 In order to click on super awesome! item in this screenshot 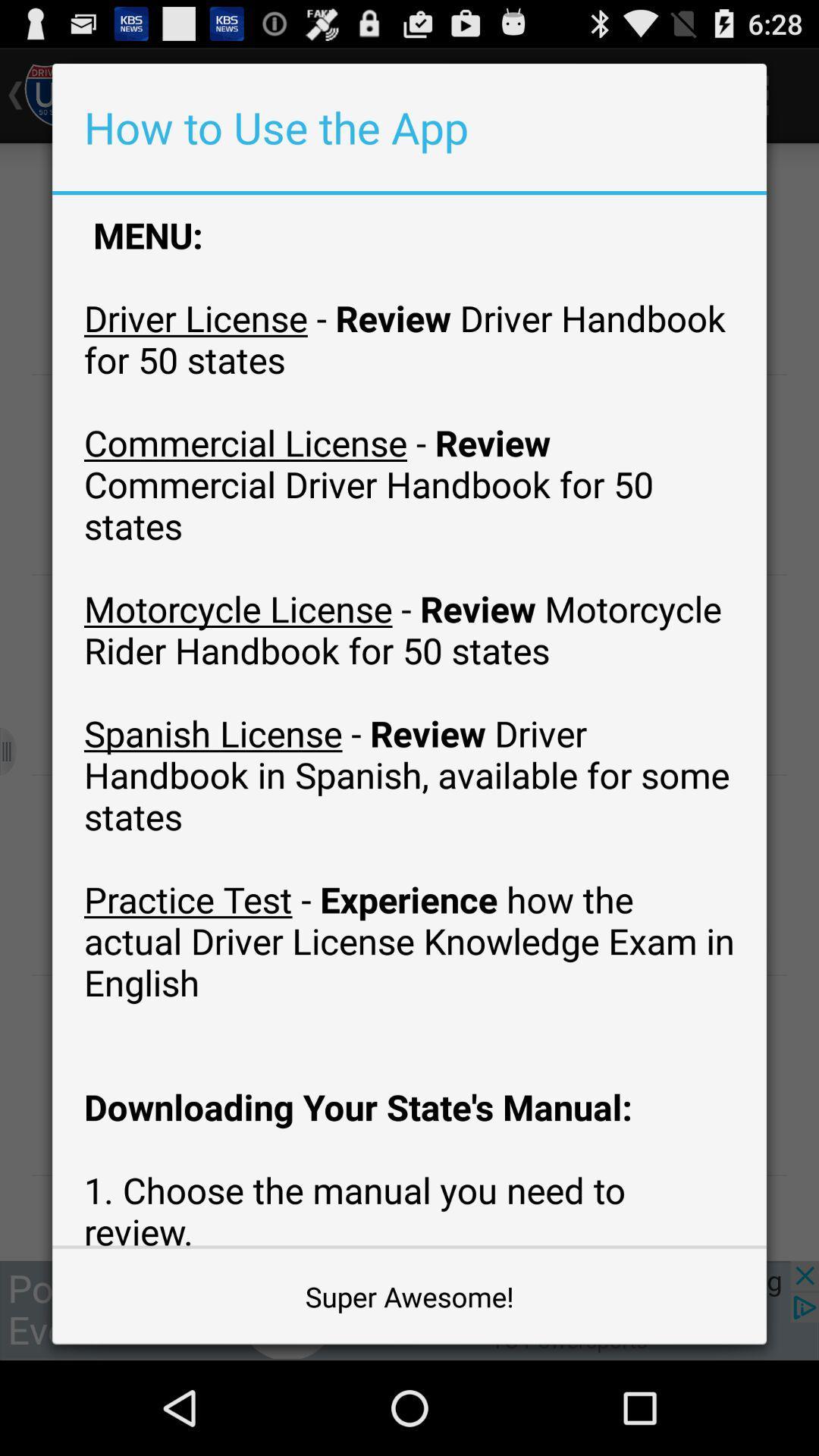, I will do `click(409, 1295)`.